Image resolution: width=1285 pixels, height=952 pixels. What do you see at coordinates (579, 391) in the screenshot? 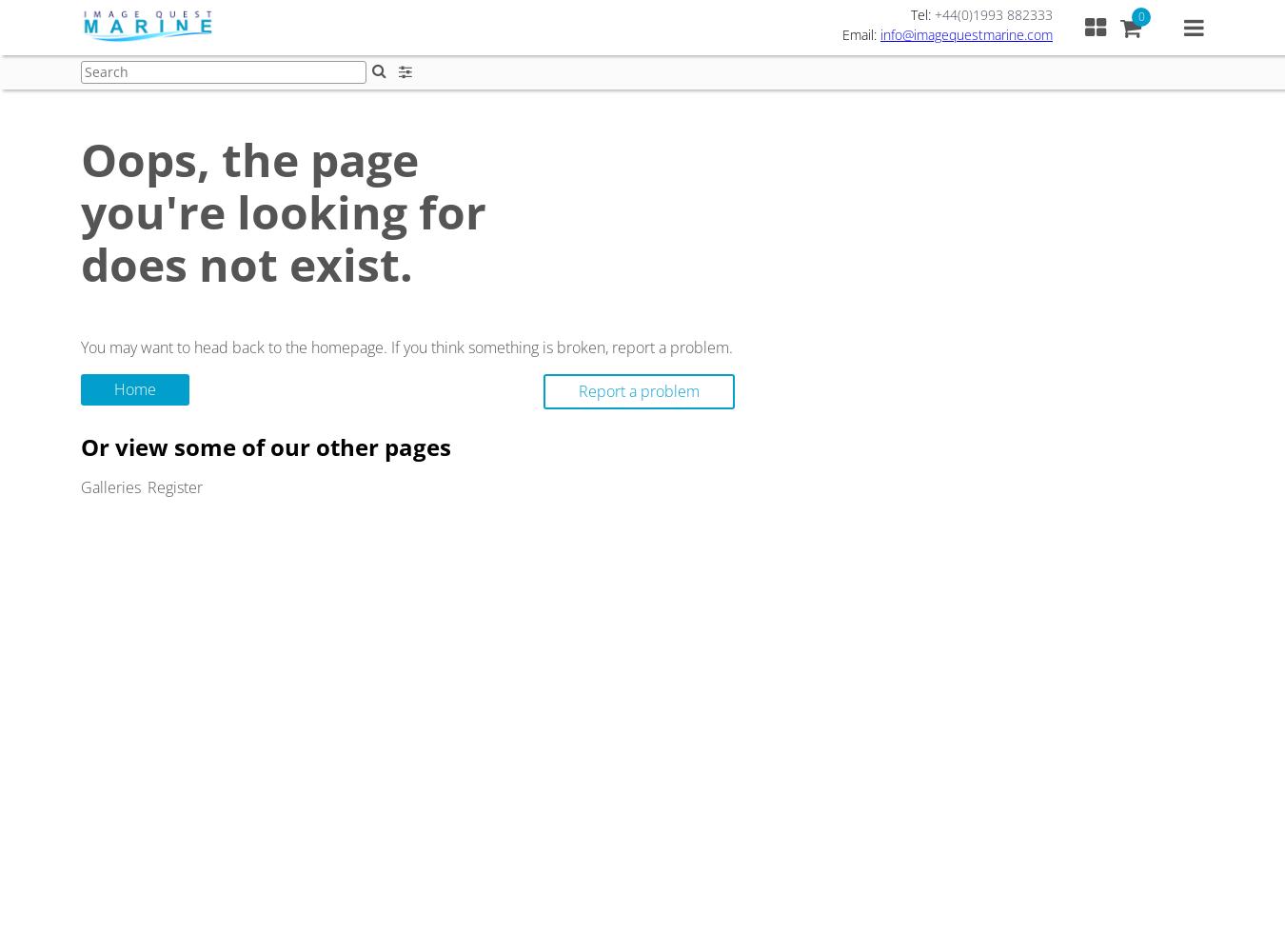
I see `'Report a problem'` at bounding box center [579, 391].